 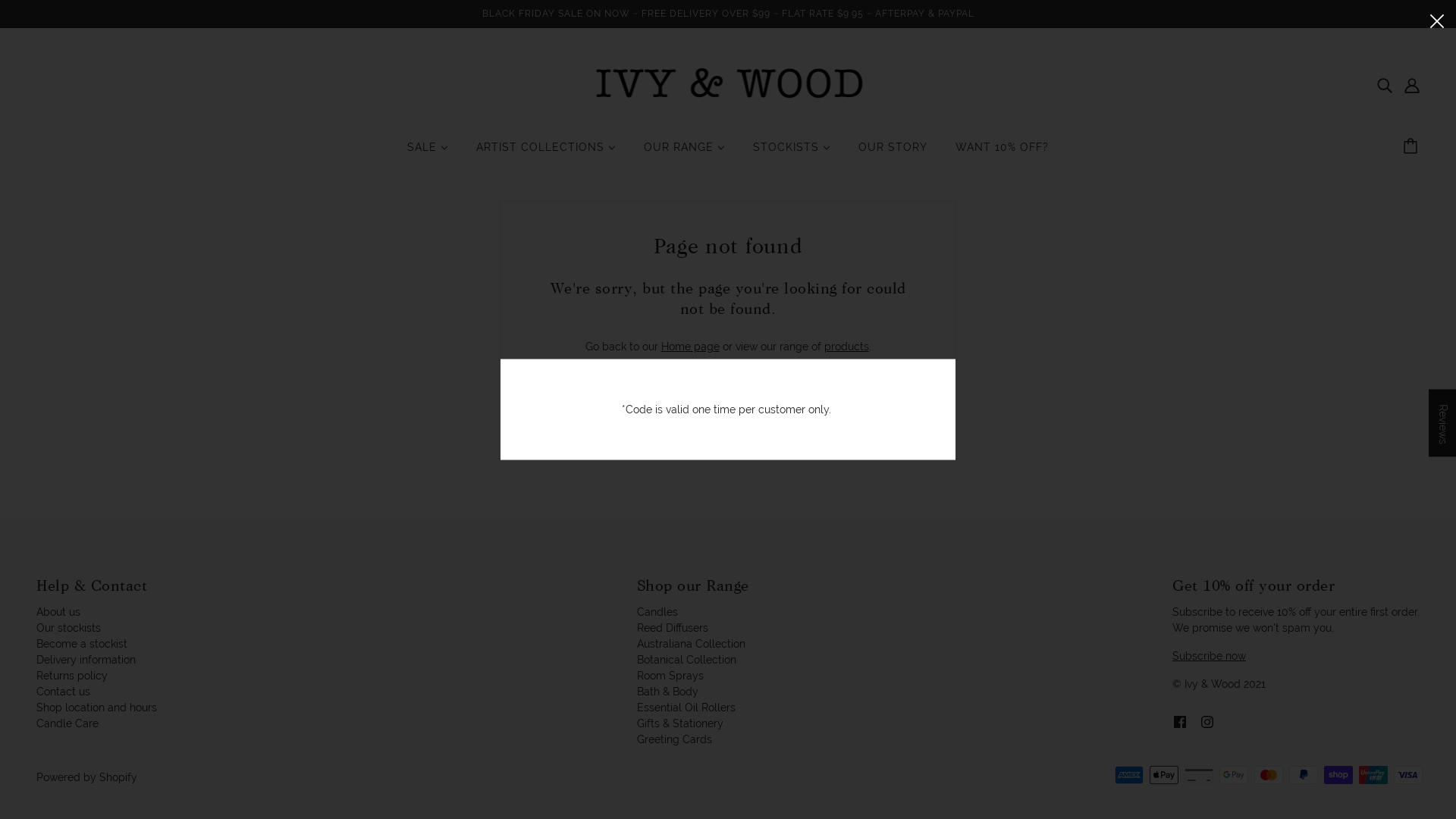 I want to click on 'Australiana Collection', so click(x=690, y=643).